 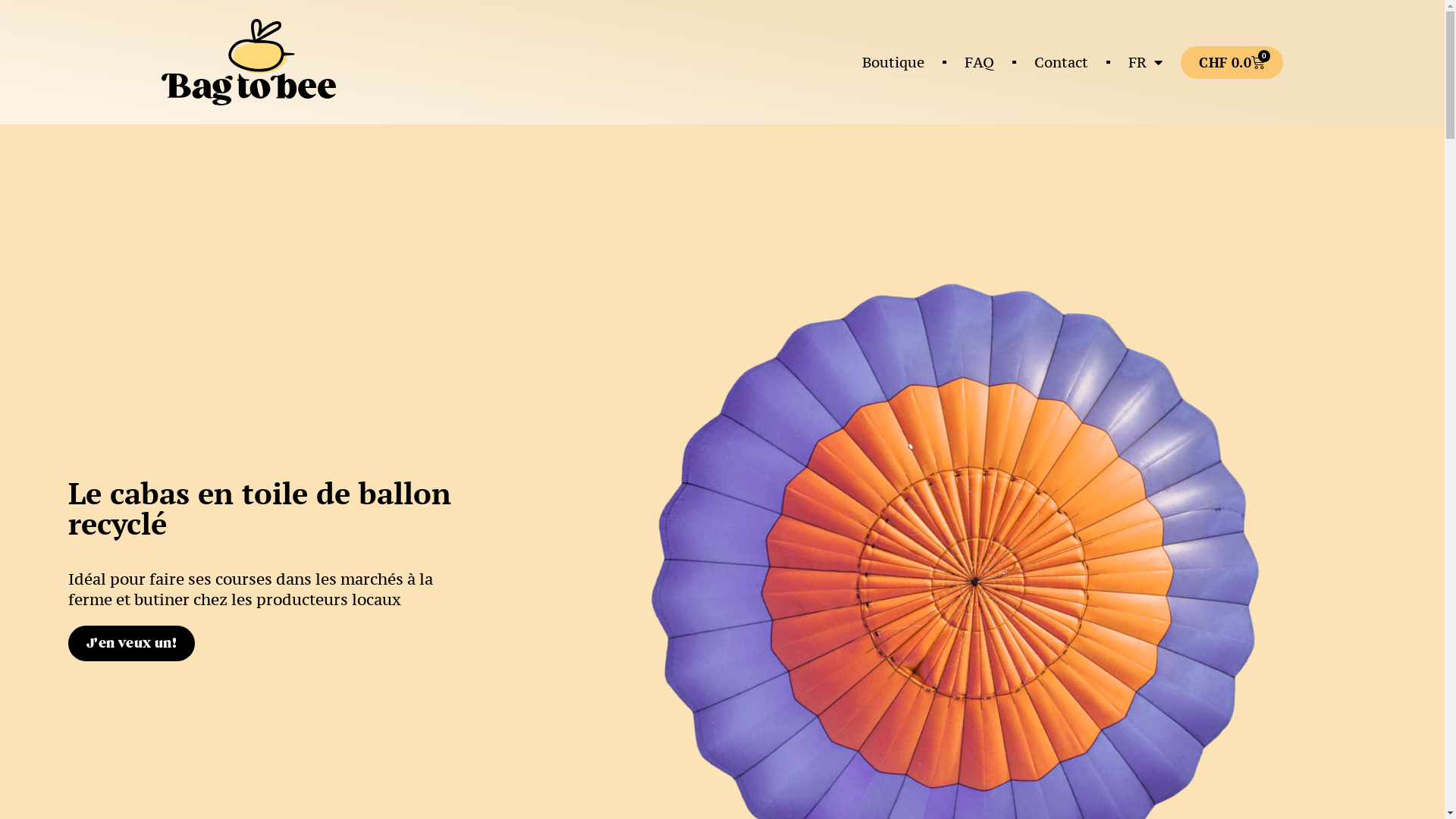 I want to click on 'FAQ', so click(x=979, y=61).